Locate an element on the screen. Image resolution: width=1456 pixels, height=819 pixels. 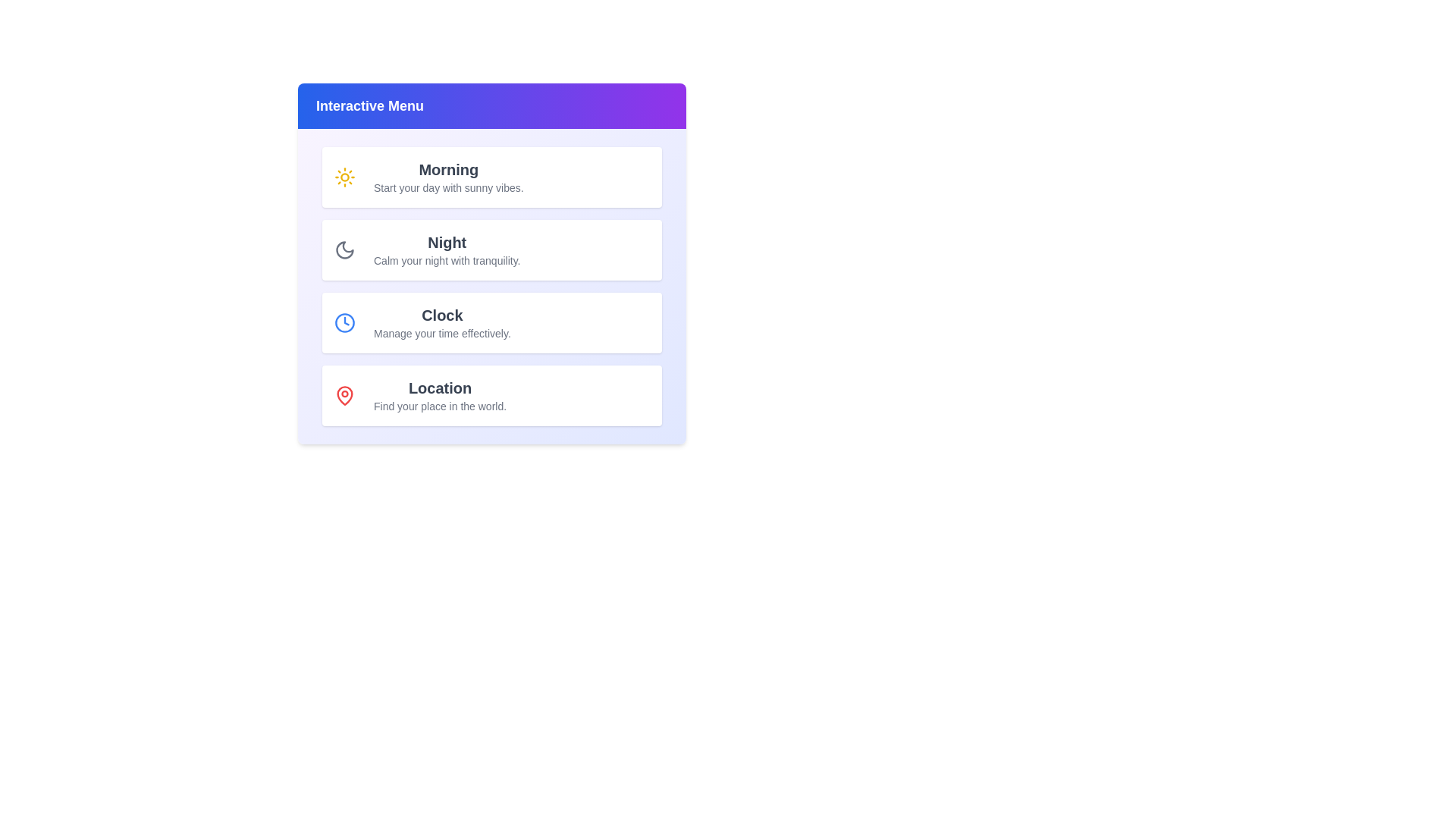
the menu option Clock is located at coordinates (491, 322).